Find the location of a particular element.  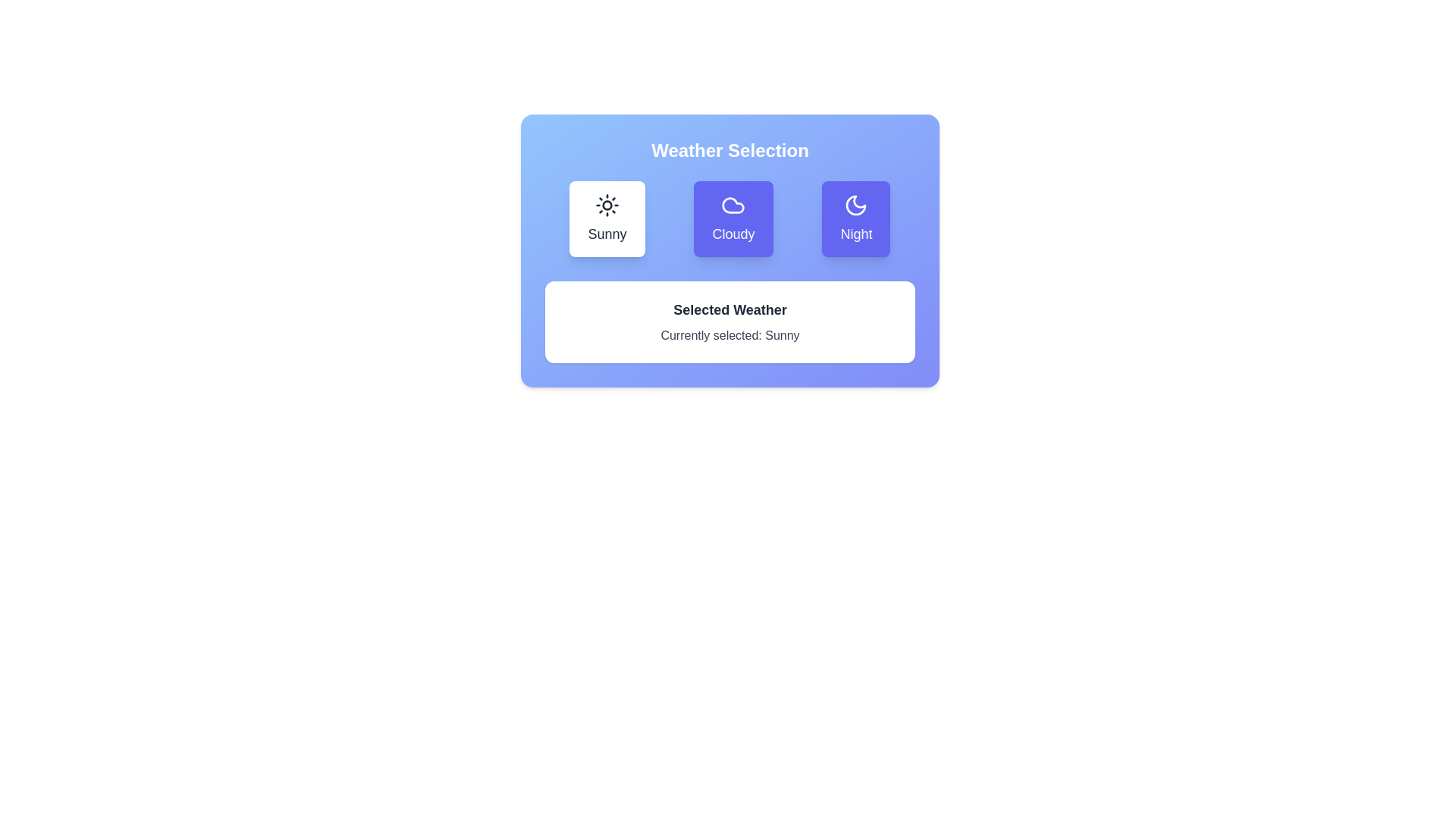

the small circular icon located at the center of the sun icon, which is the first item in the horizontal row of weather options at the top of the UI panel is located at coordinates (607, 205).